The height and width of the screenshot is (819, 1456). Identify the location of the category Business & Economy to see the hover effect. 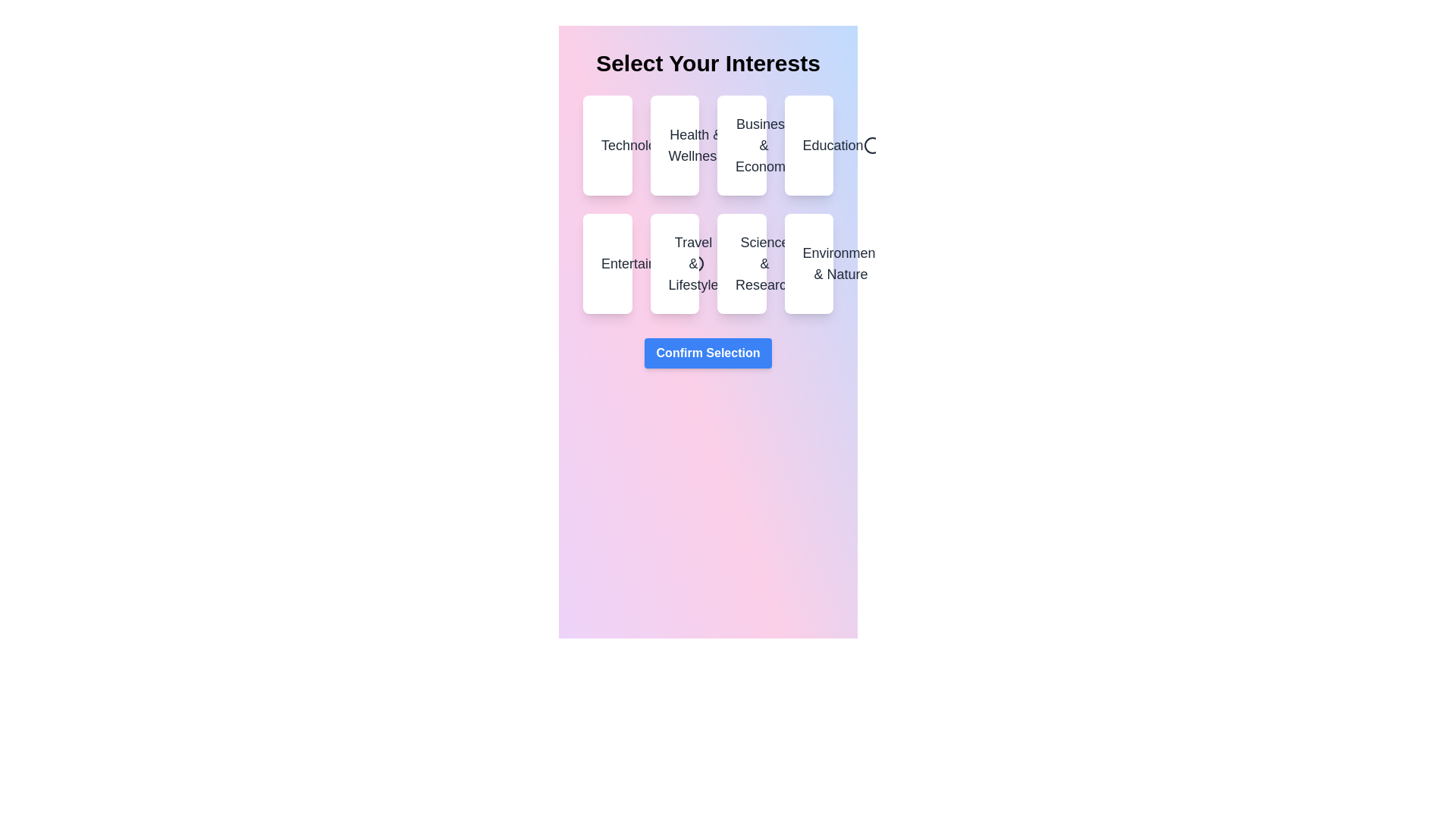
(742, 146).